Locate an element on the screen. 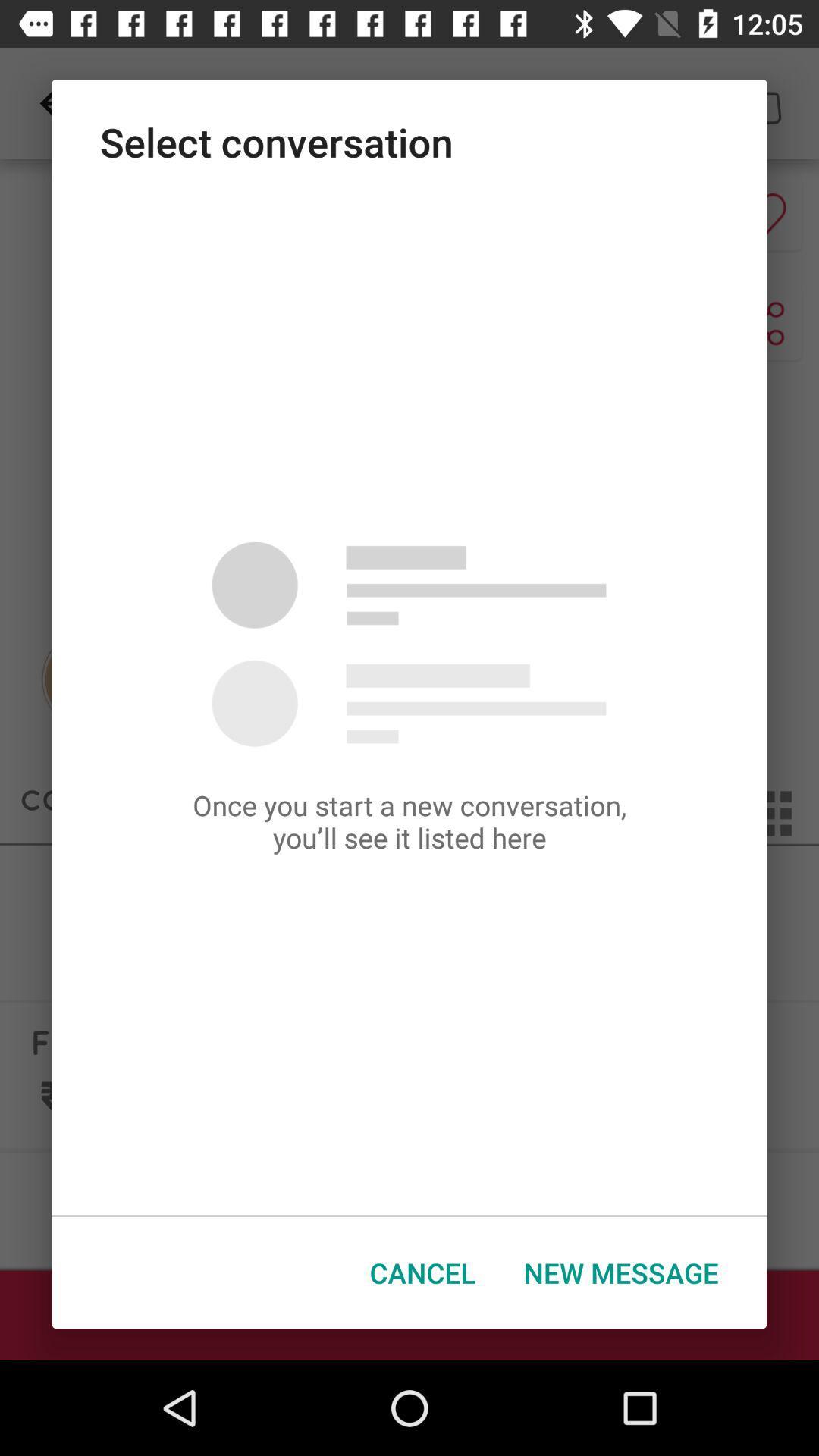 The image size is (819, 1456). the item next to the cancel is located at coordinates (621, 1272).